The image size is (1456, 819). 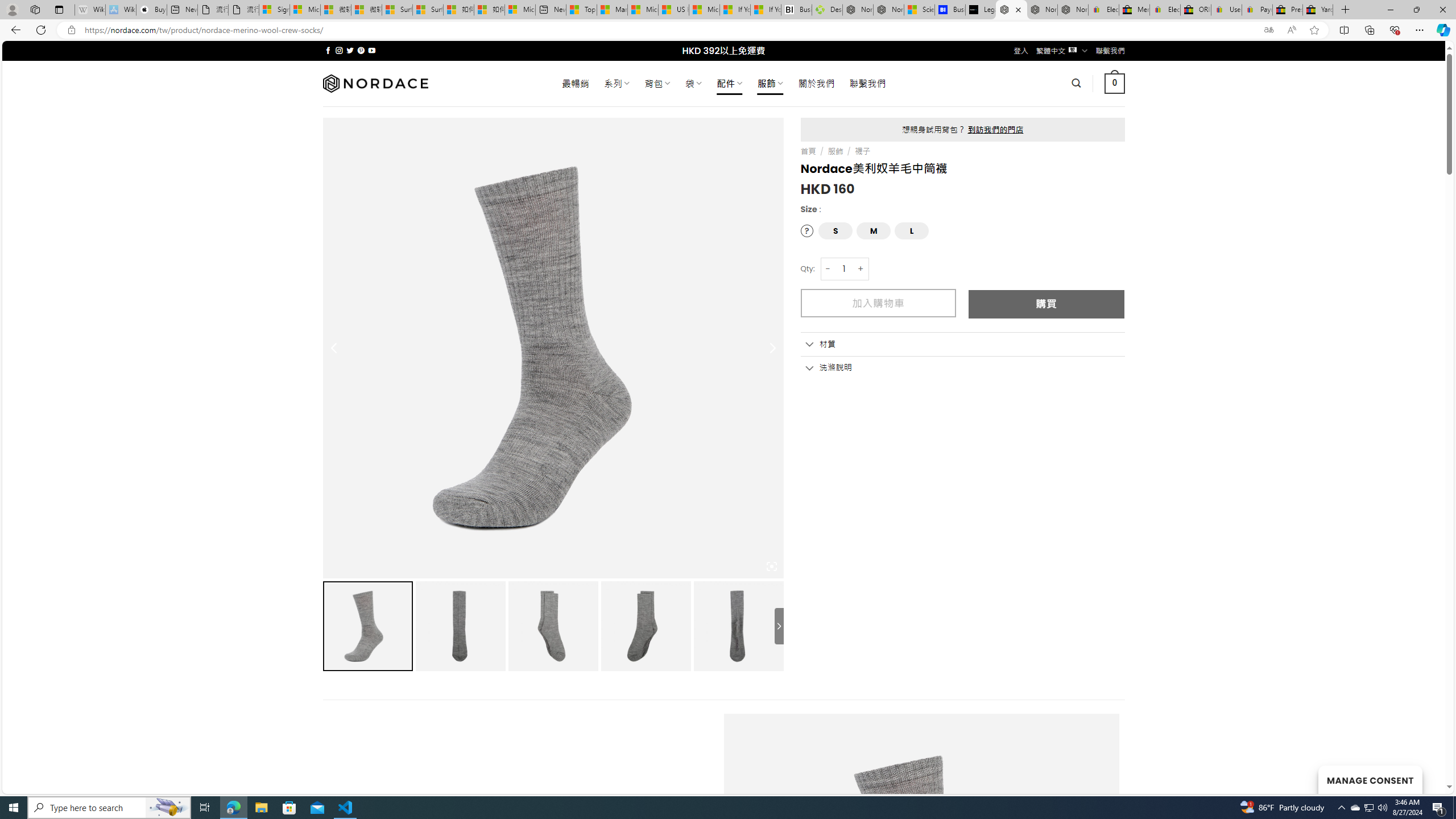 What do you see at coordinates (1115, 82) in the screenshot?
I see `' 0 '` at bounding box center [1115, 82].